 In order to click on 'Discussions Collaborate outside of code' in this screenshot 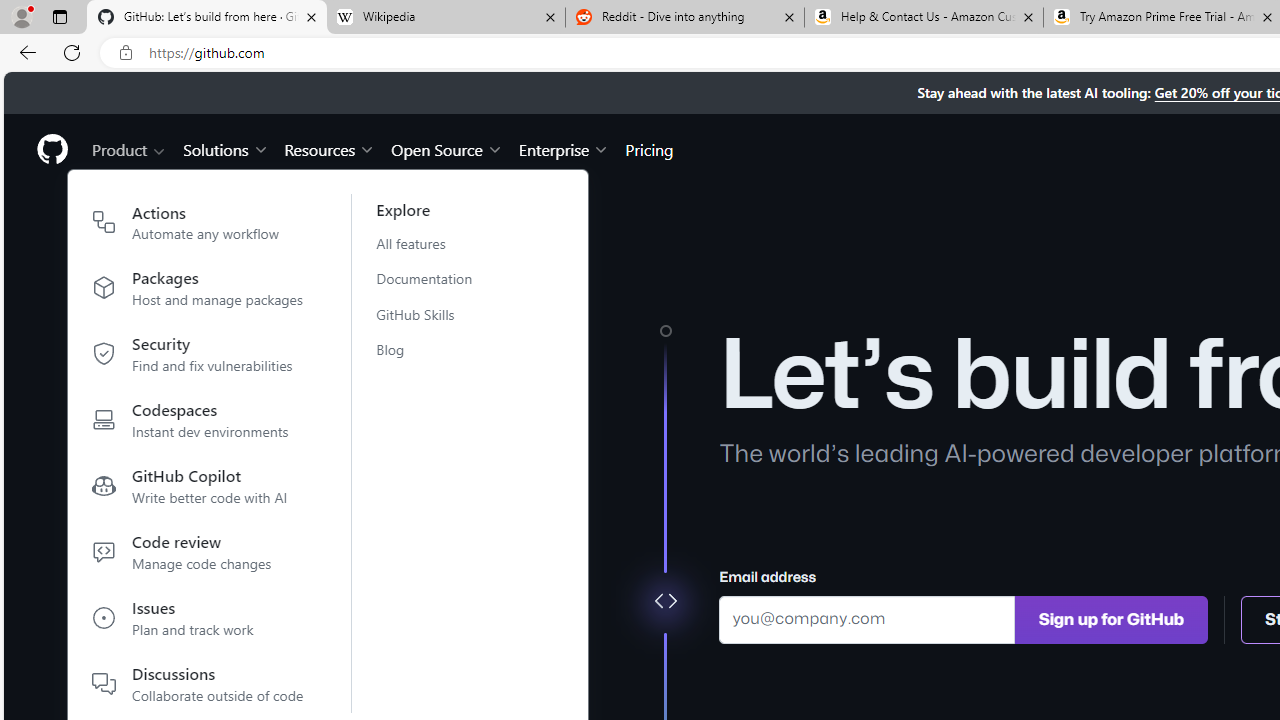, I will do `click(198, 683)`.